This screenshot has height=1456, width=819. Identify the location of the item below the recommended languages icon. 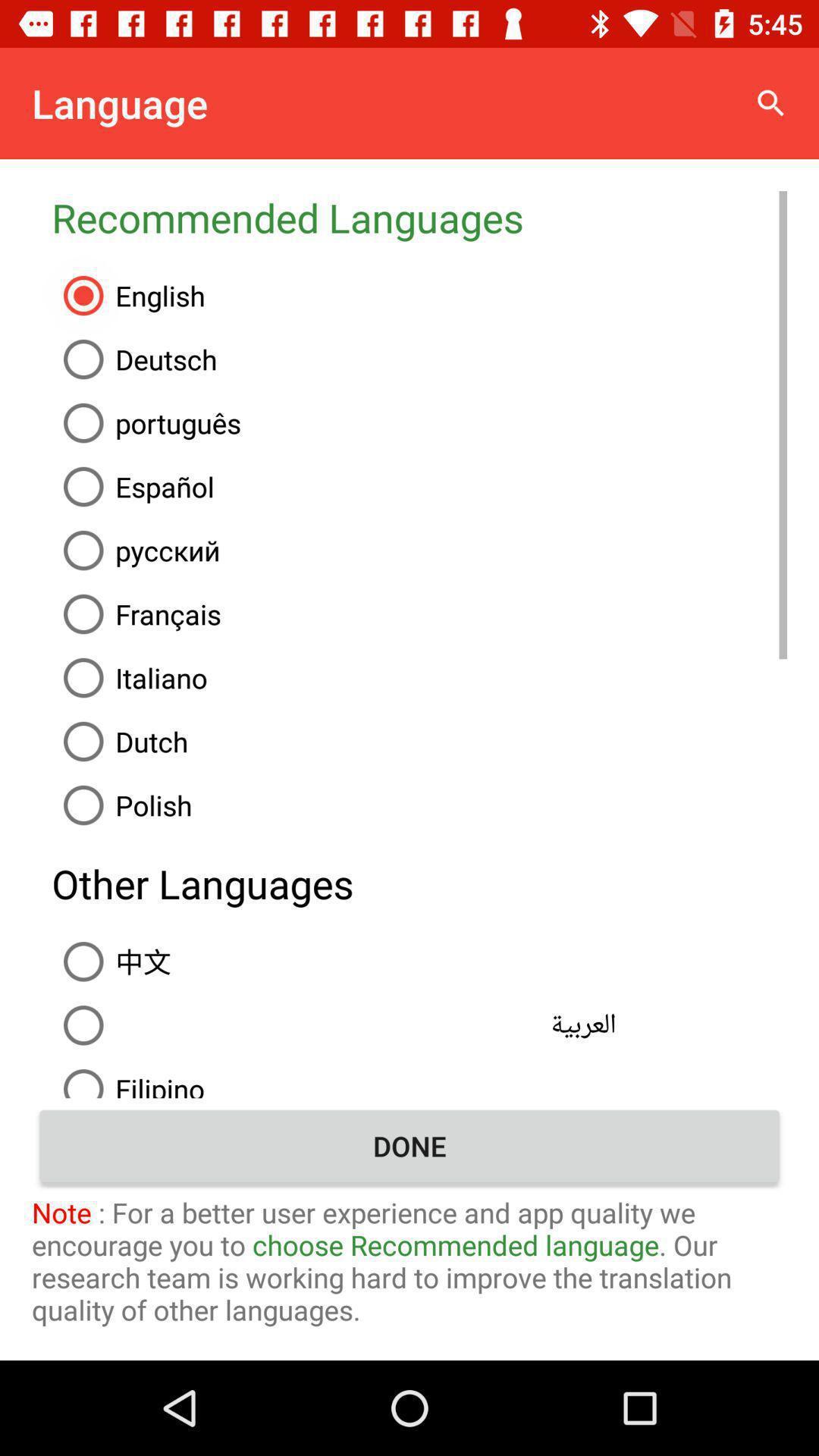
(419, 295).